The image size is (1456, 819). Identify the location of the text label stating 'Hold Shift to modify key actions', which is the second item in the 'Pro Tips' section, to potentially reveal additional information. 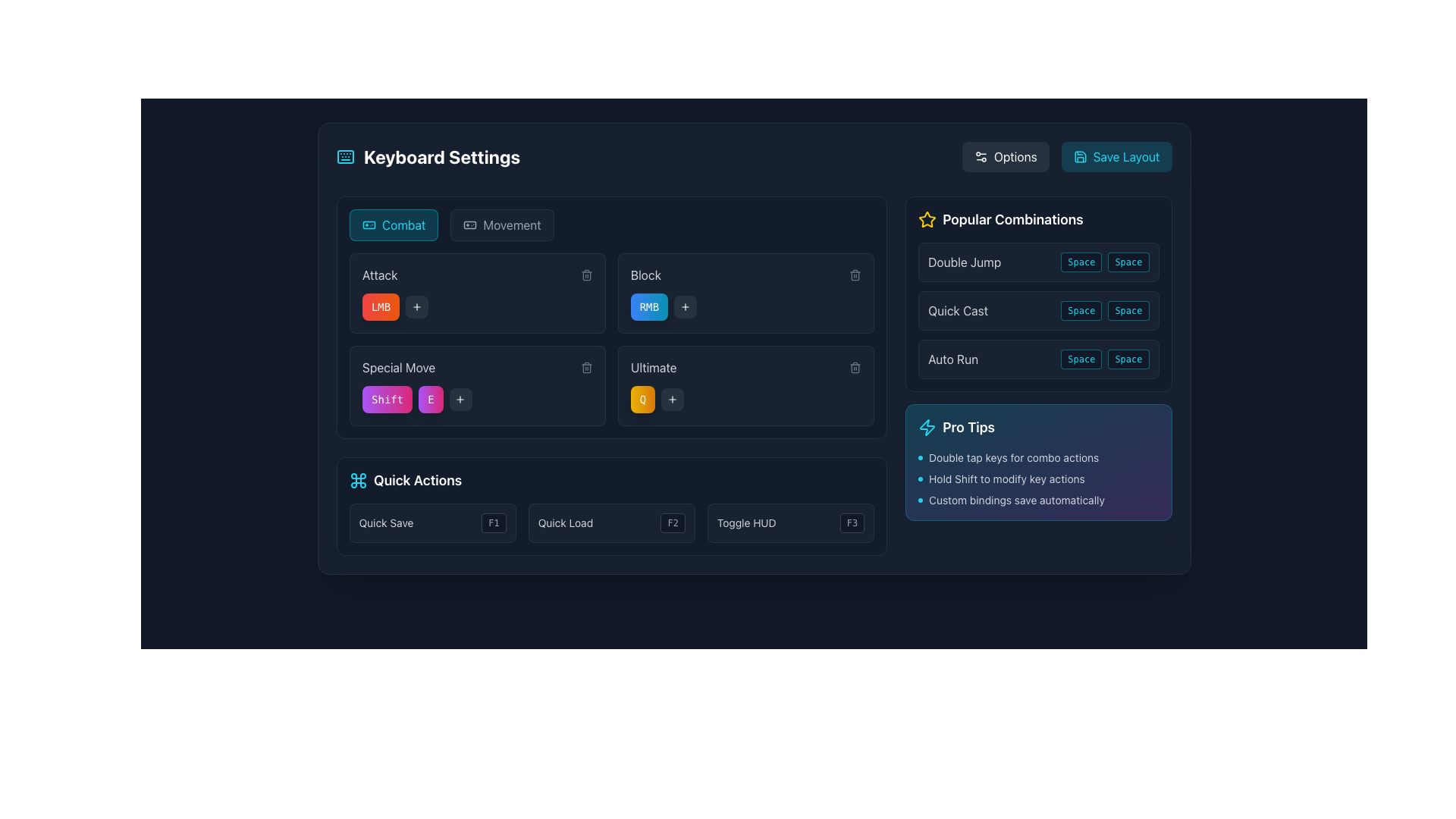
(1037, 479).